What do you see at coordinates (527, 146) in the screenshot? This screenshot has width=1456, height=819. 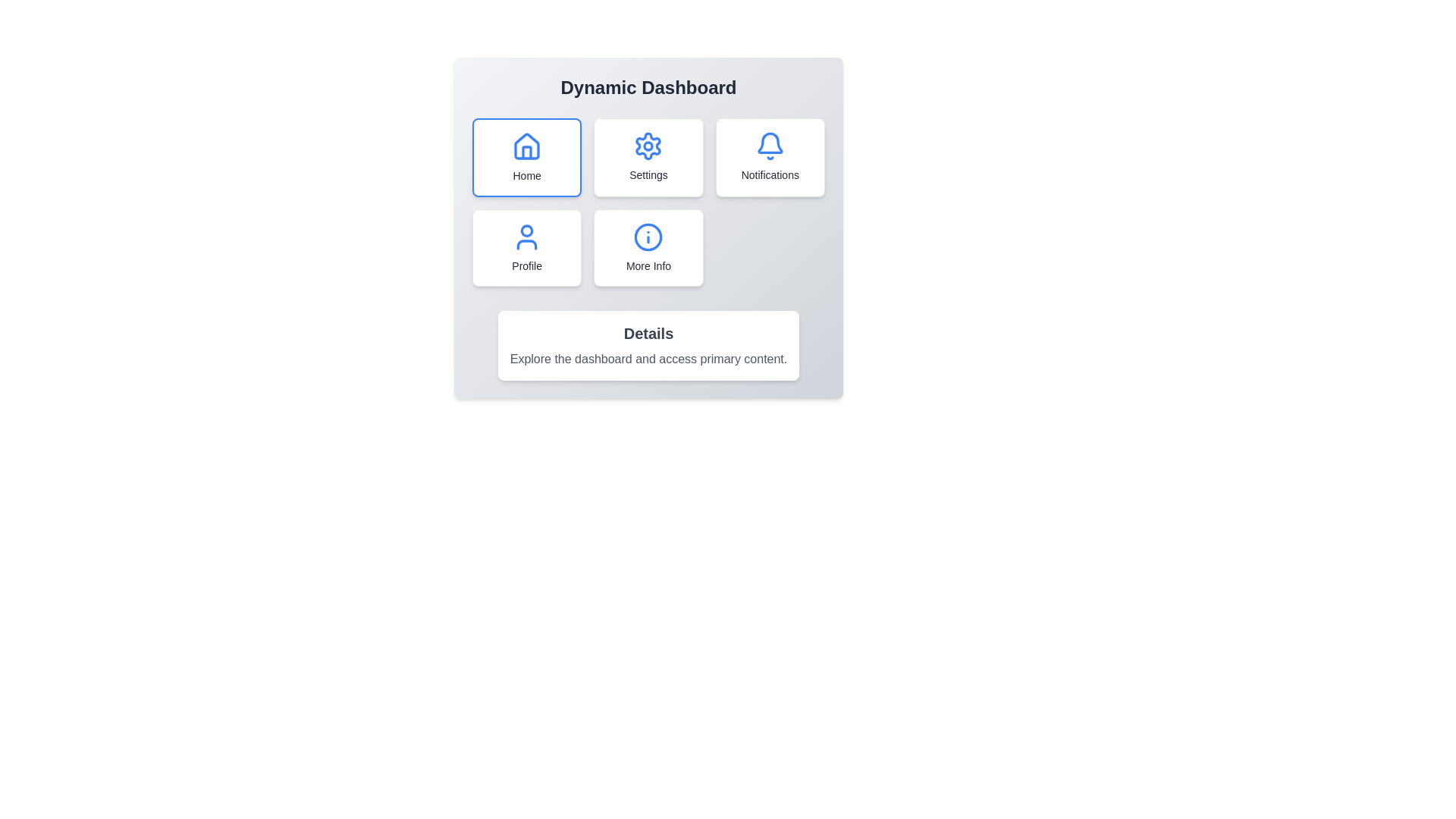 I see `the 'Home' icon tile located in the top-left position of the grid under the 'Dynamic Dashboard' title` at bounding box center [527, 146].